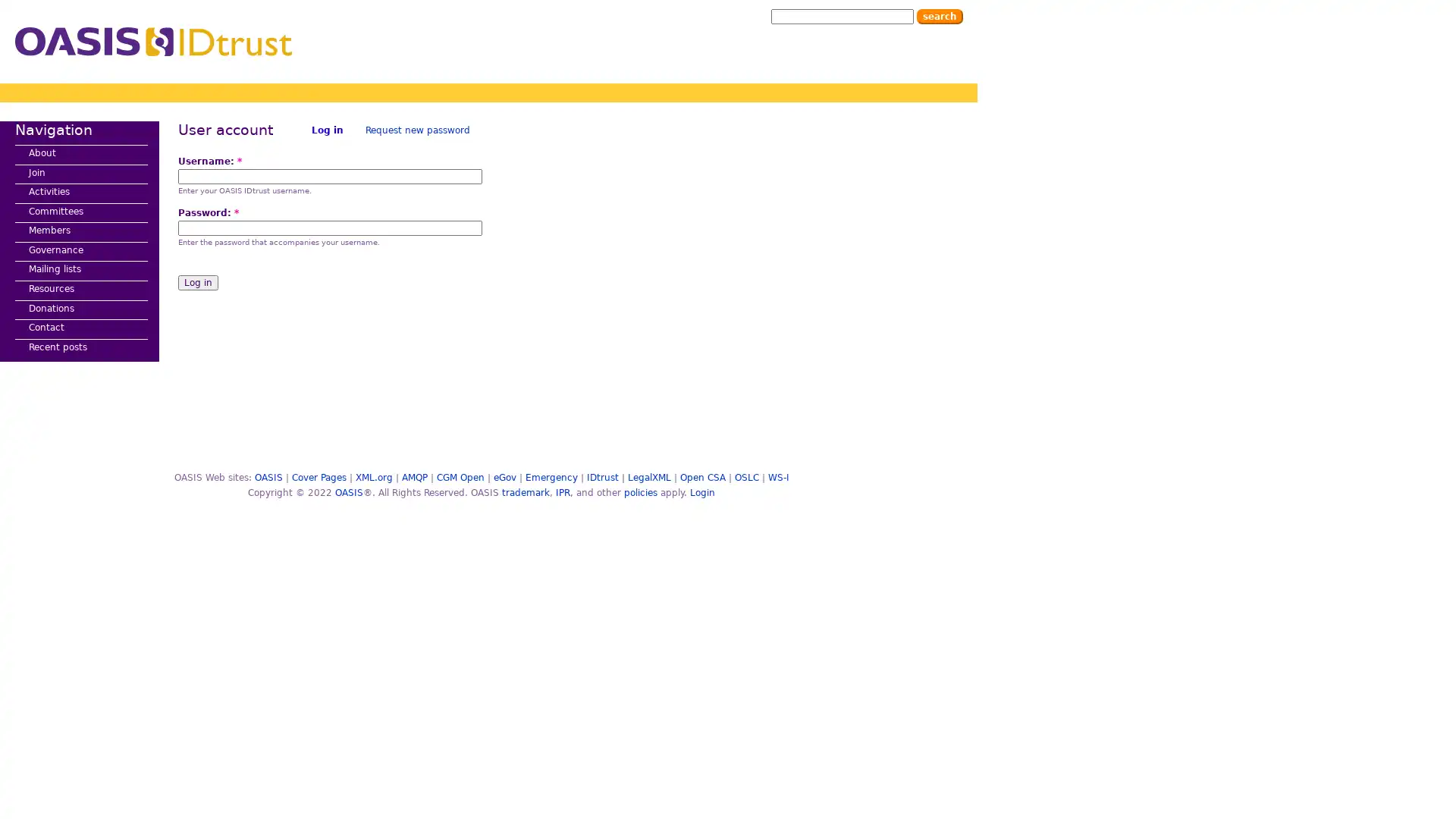 The width and height of the screenshot is (1456, 819). What do you see at coordinates (939, 17) in the screenshot?
I see `Search` at bounding box center [939, 17].